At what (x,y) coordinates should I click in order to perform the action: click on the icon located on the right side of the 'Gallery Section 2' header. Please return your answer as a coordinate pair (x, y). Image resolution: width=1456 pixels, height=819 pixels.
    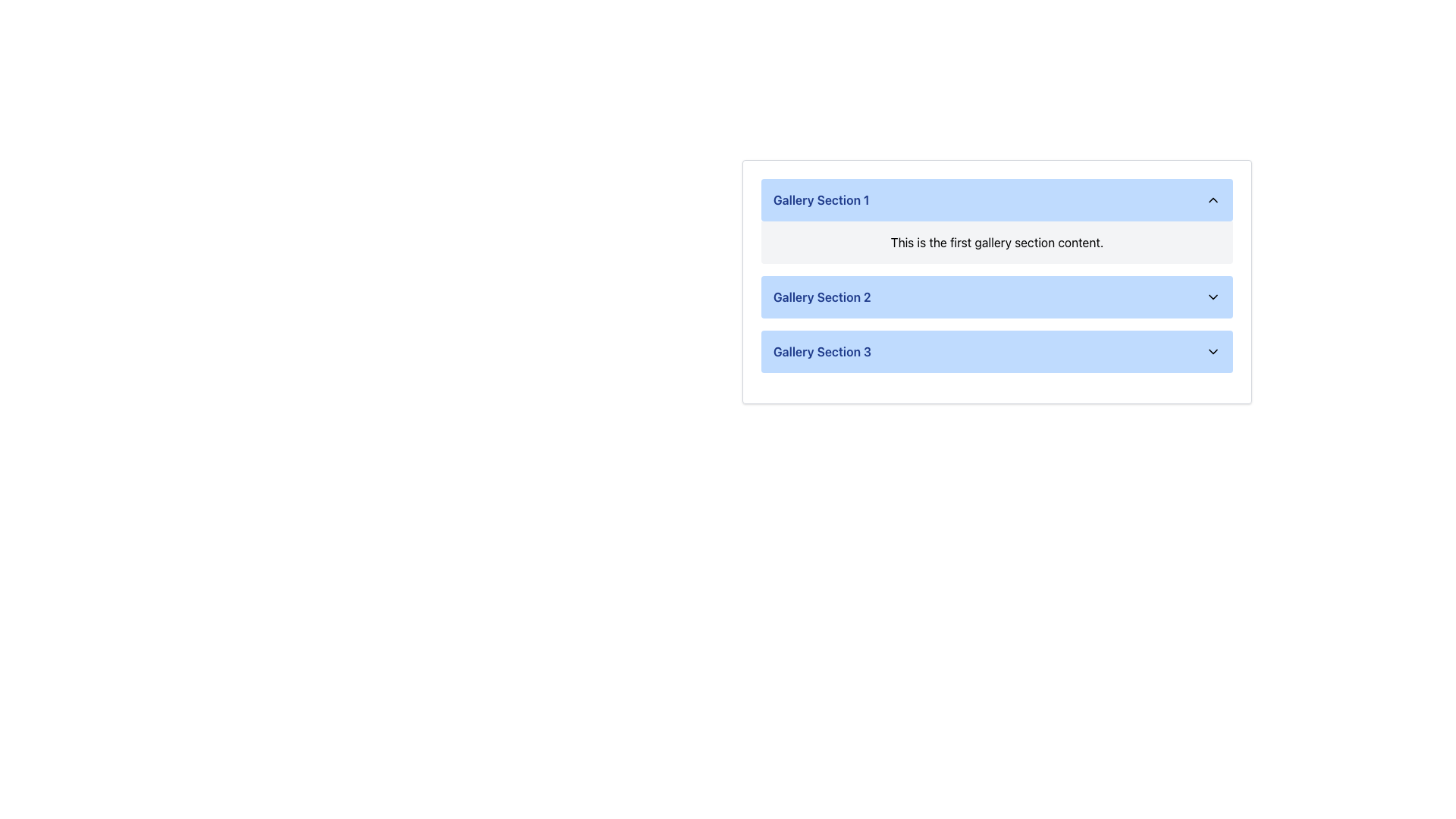
    Looking at the image, I should click on (1212, 297).